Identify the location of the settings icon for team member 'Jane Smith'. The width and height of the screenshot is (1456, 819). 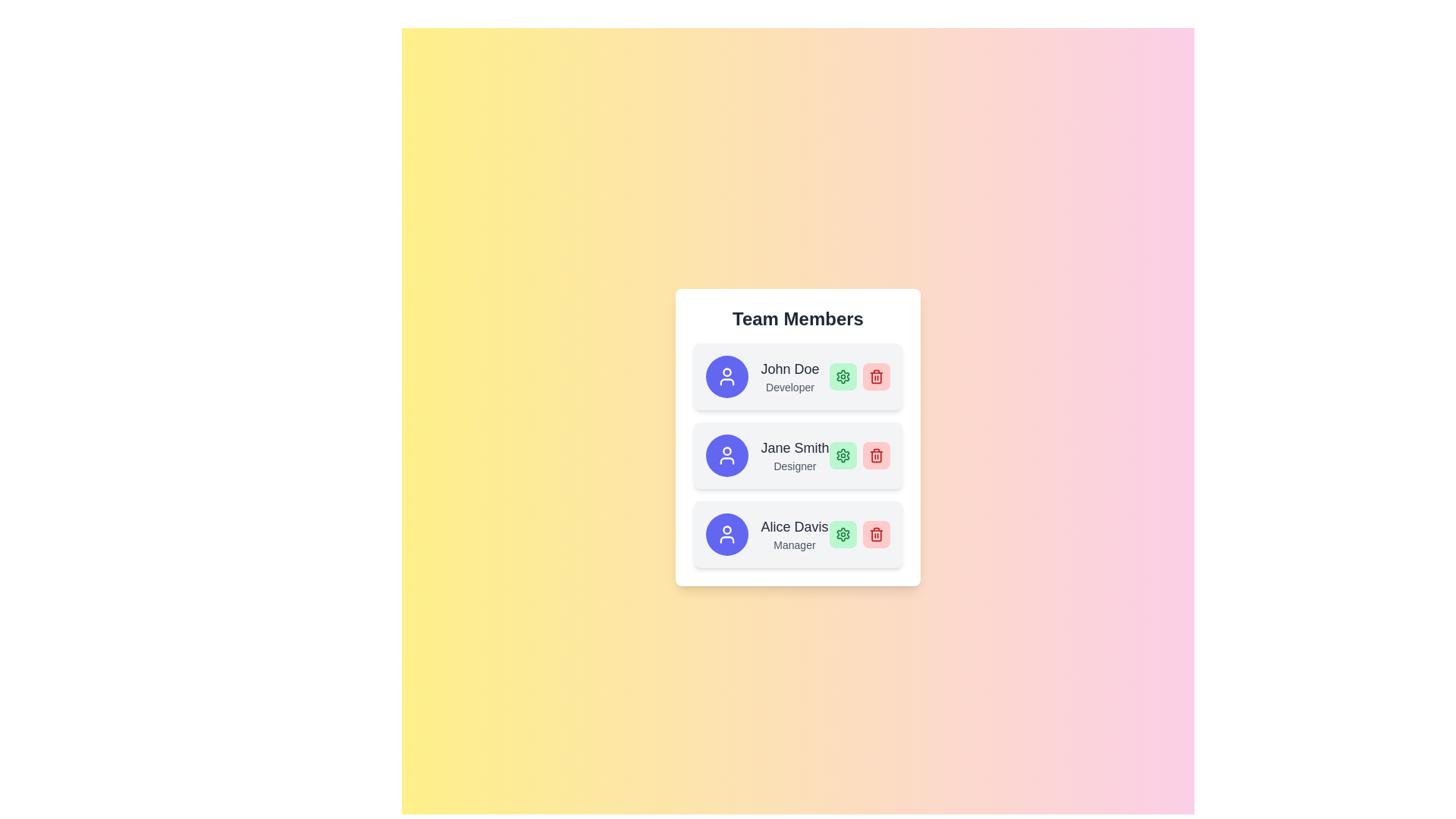
(841, 455).